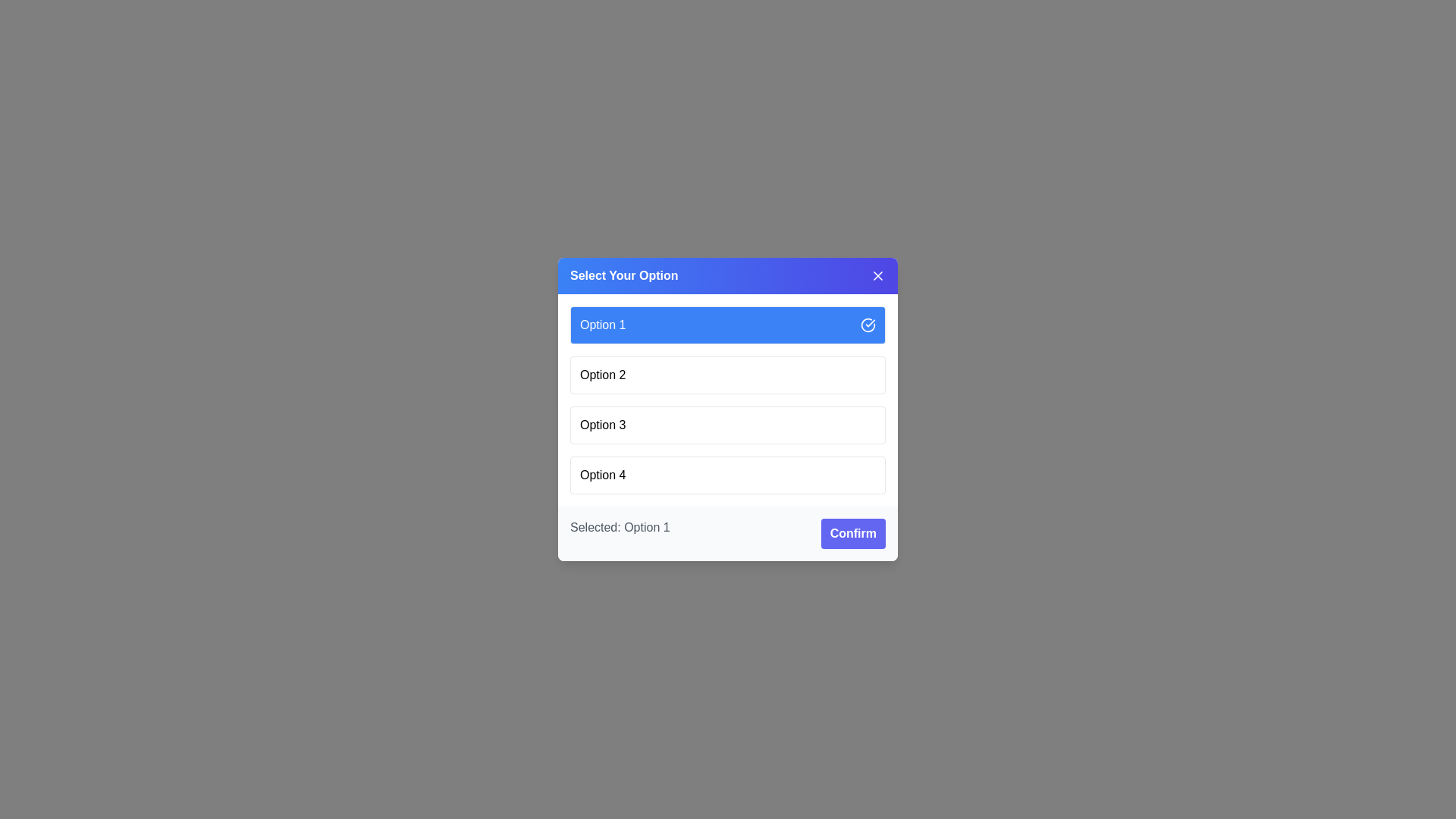 This screenshot has height=819, width=1456. Describe the element at coordinates (624, 275) in the screenshot. I see `the text label displaying 'Select Your Option' in bold white font` at that location.